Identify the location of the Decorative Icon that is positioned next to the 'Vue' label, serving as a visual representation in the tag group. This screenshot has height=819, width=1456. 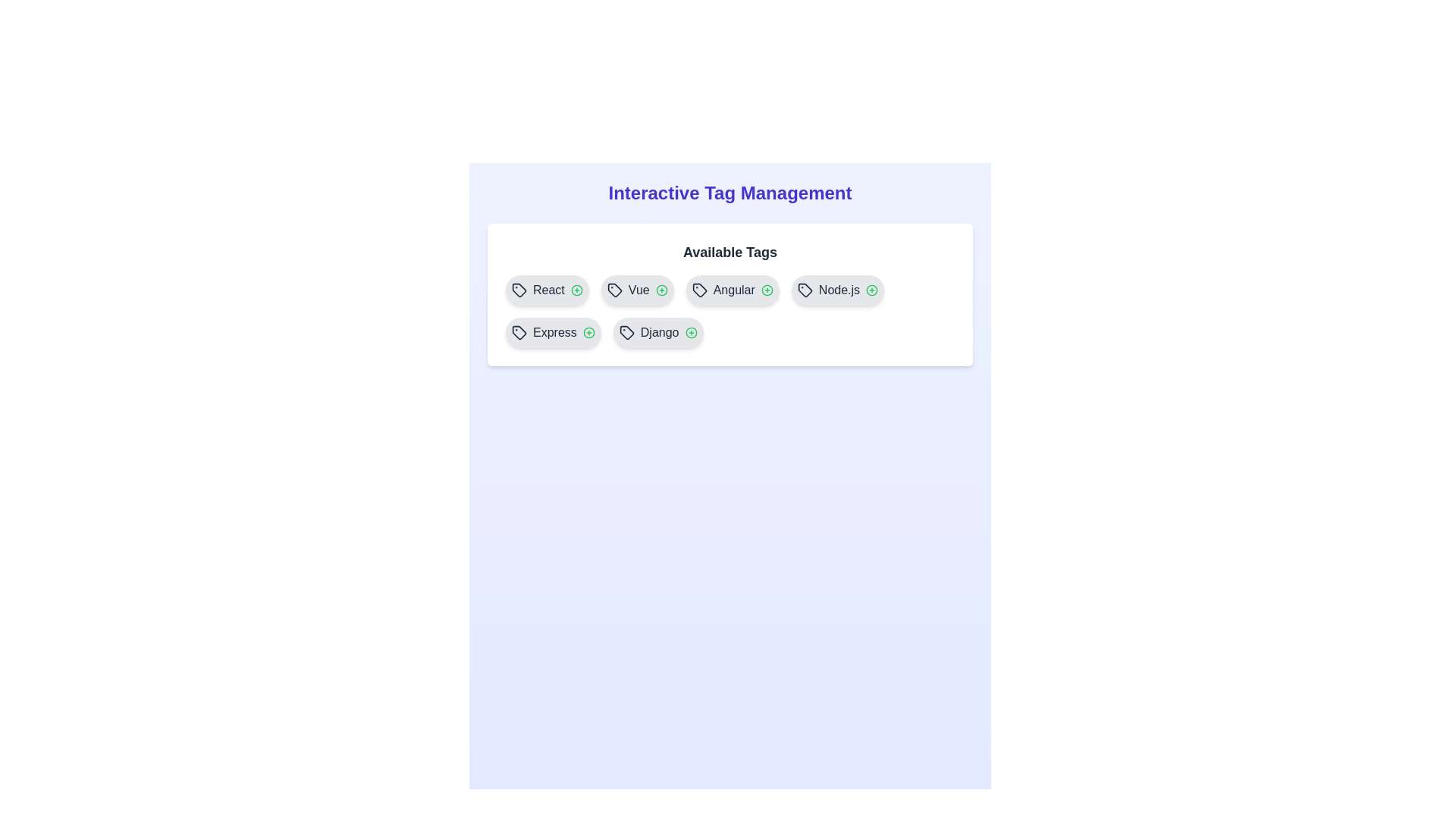
(614, 290).